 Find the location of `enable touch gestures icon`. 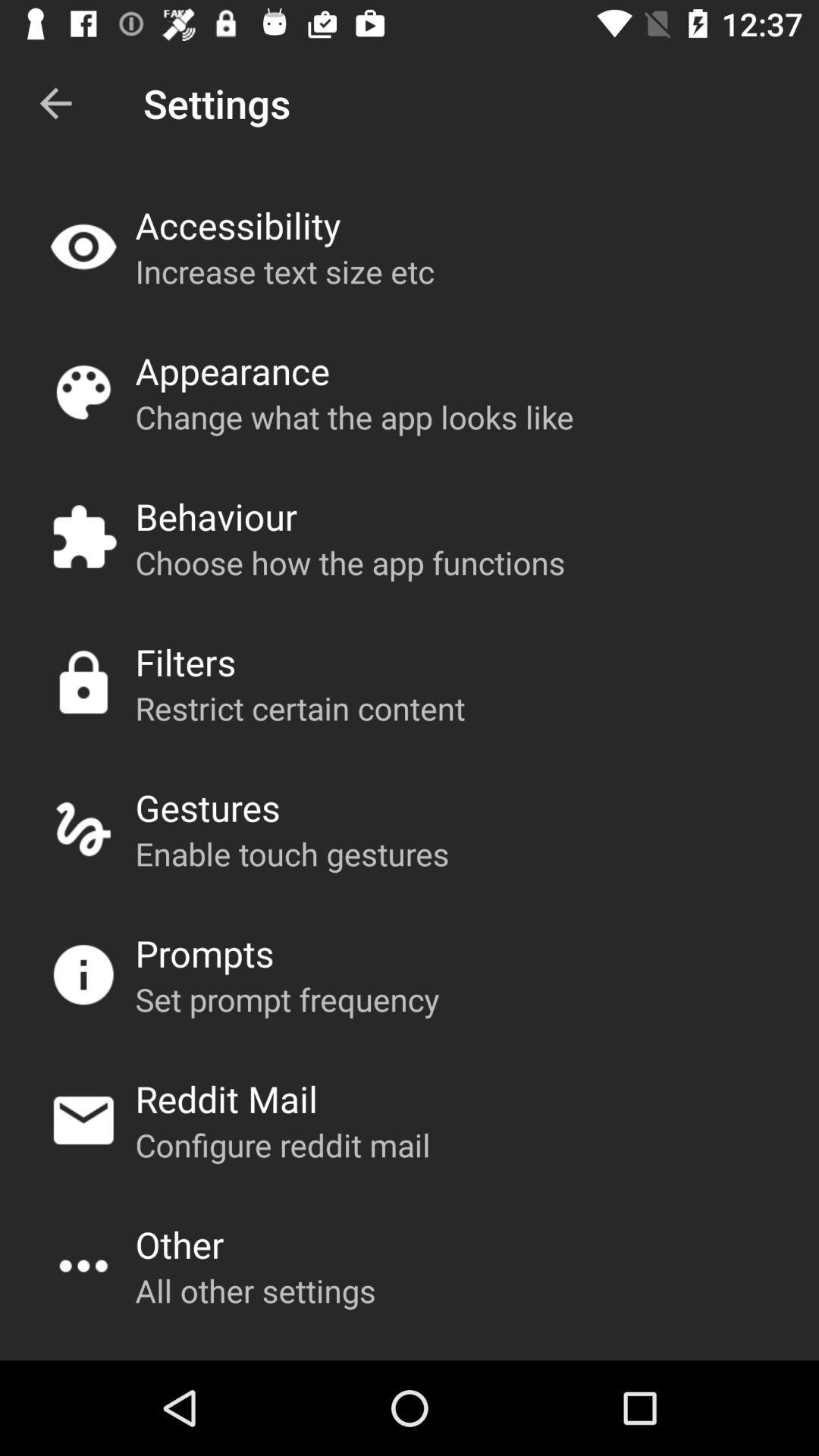

enable touch gestures icon is located at coordinates (292, 853).